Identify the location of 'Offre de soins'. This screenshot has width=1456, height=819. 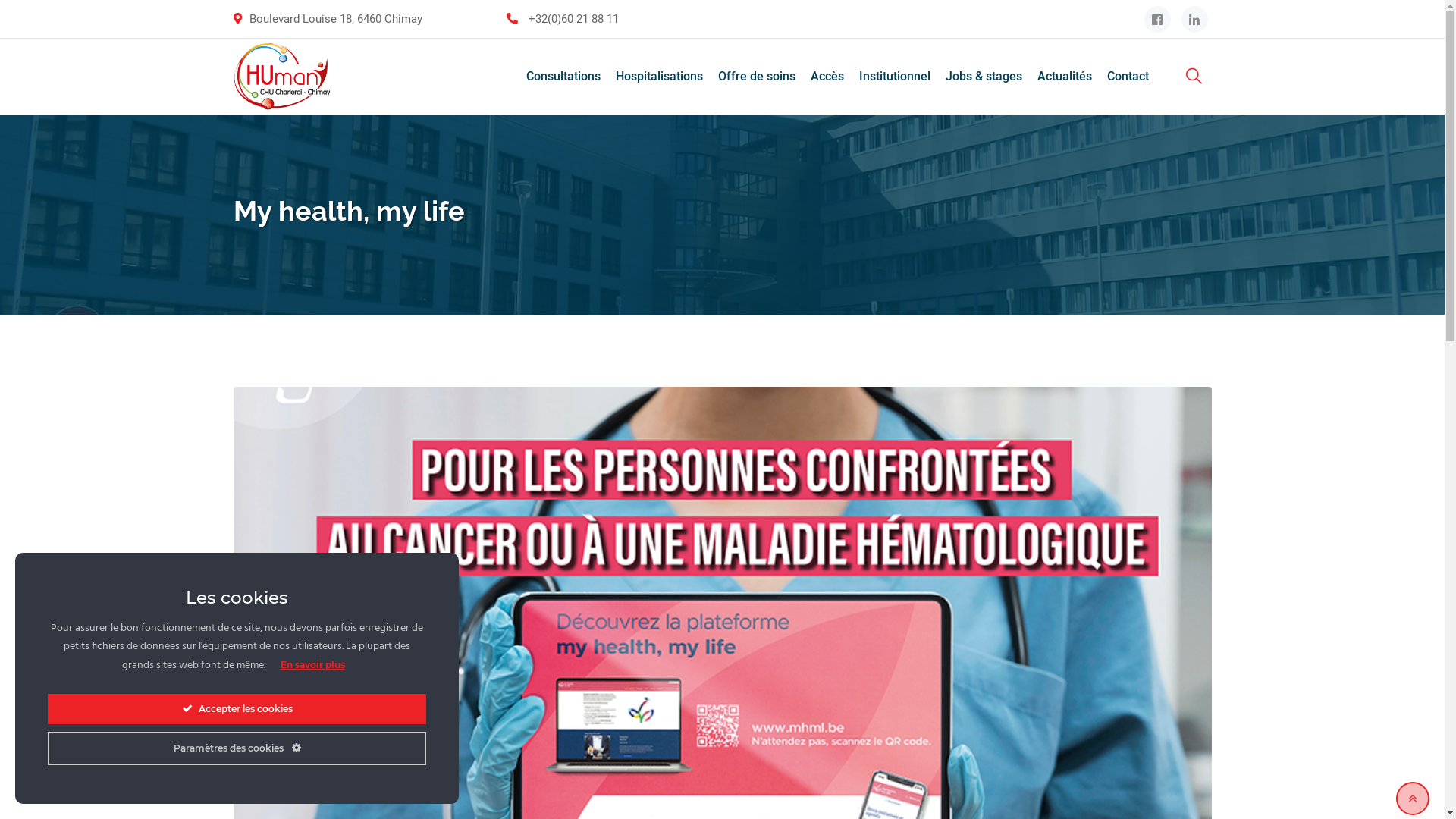
(756, 76).